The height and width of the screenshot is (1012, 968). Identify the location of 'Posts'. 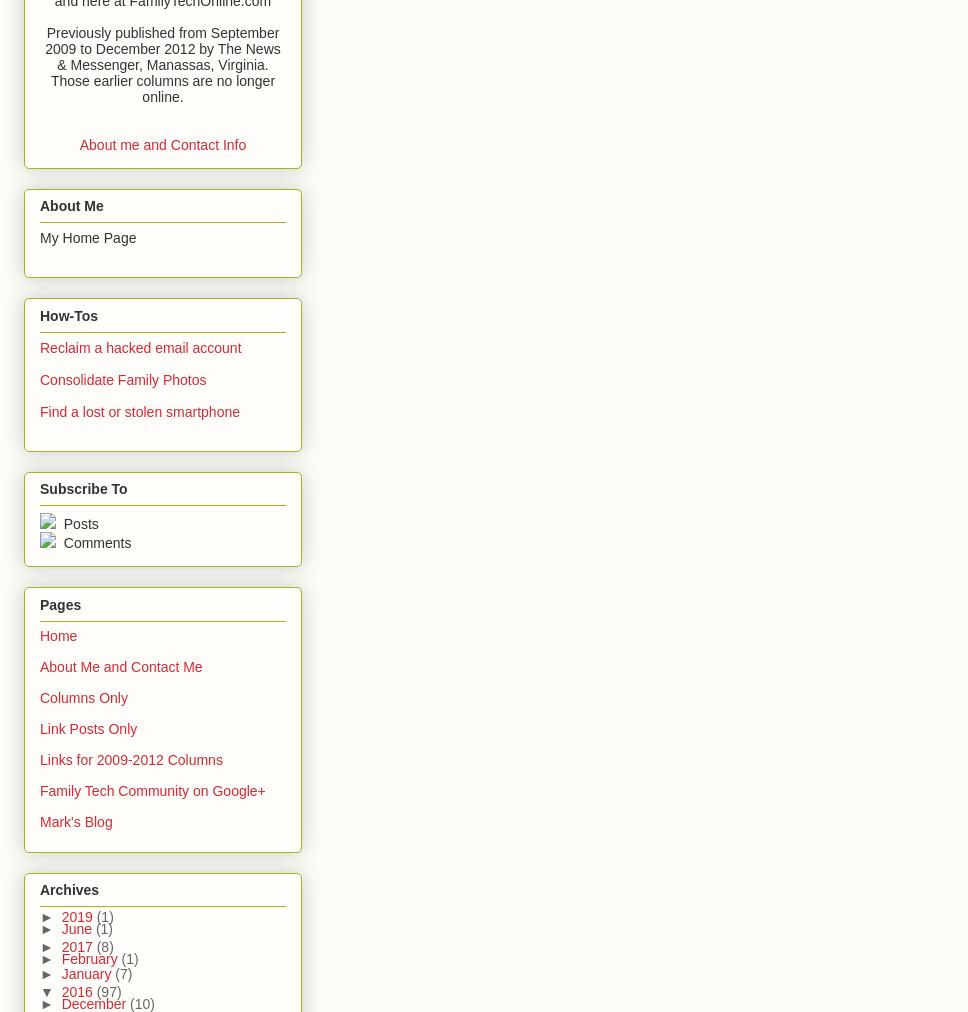
(77, 523).